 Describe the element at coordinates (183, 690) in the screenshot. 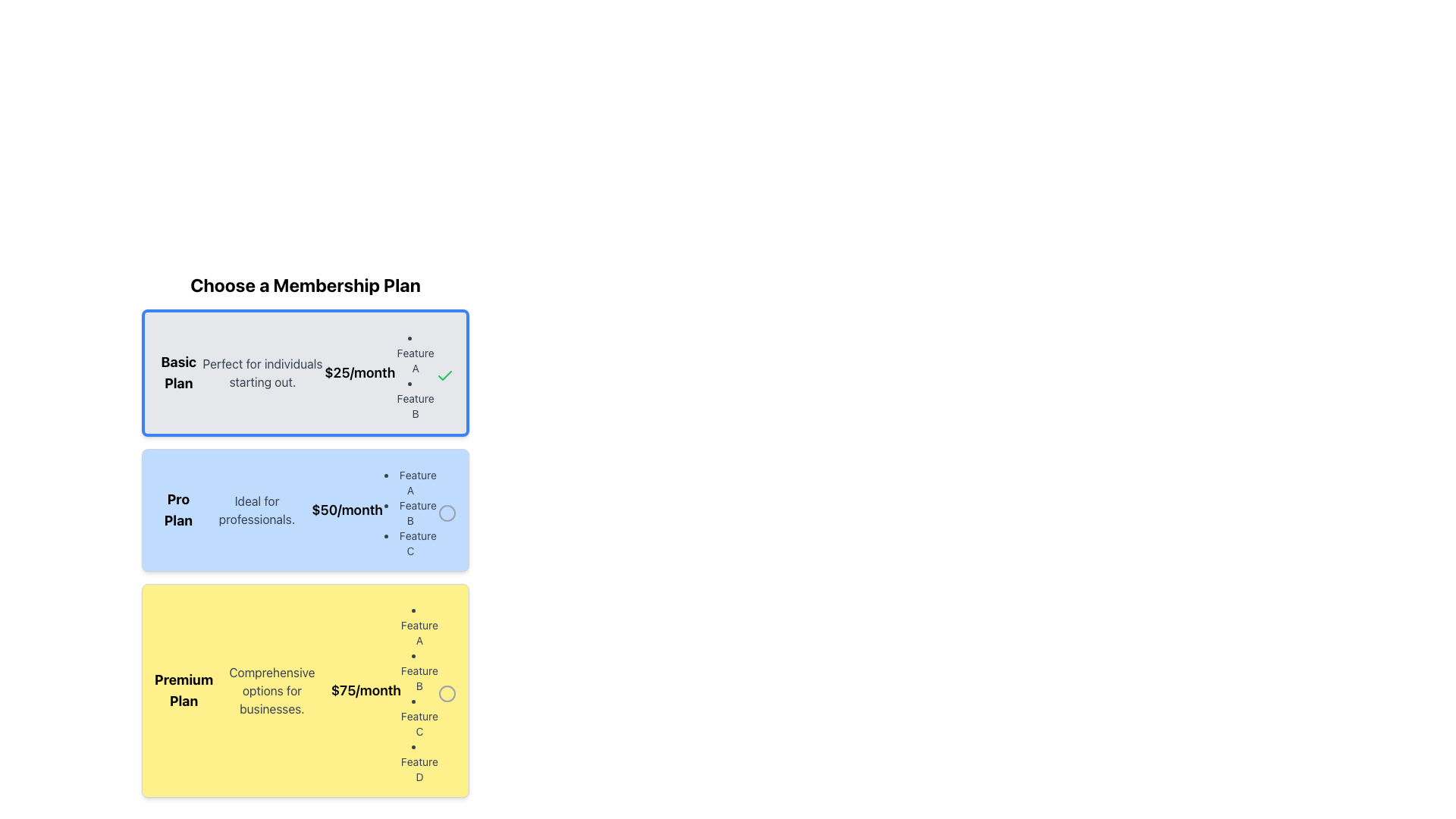

I see `the bold text label displaying 'Premium Plan' located at the top-left corner of the yellow box indicating a membership plan` at that location.